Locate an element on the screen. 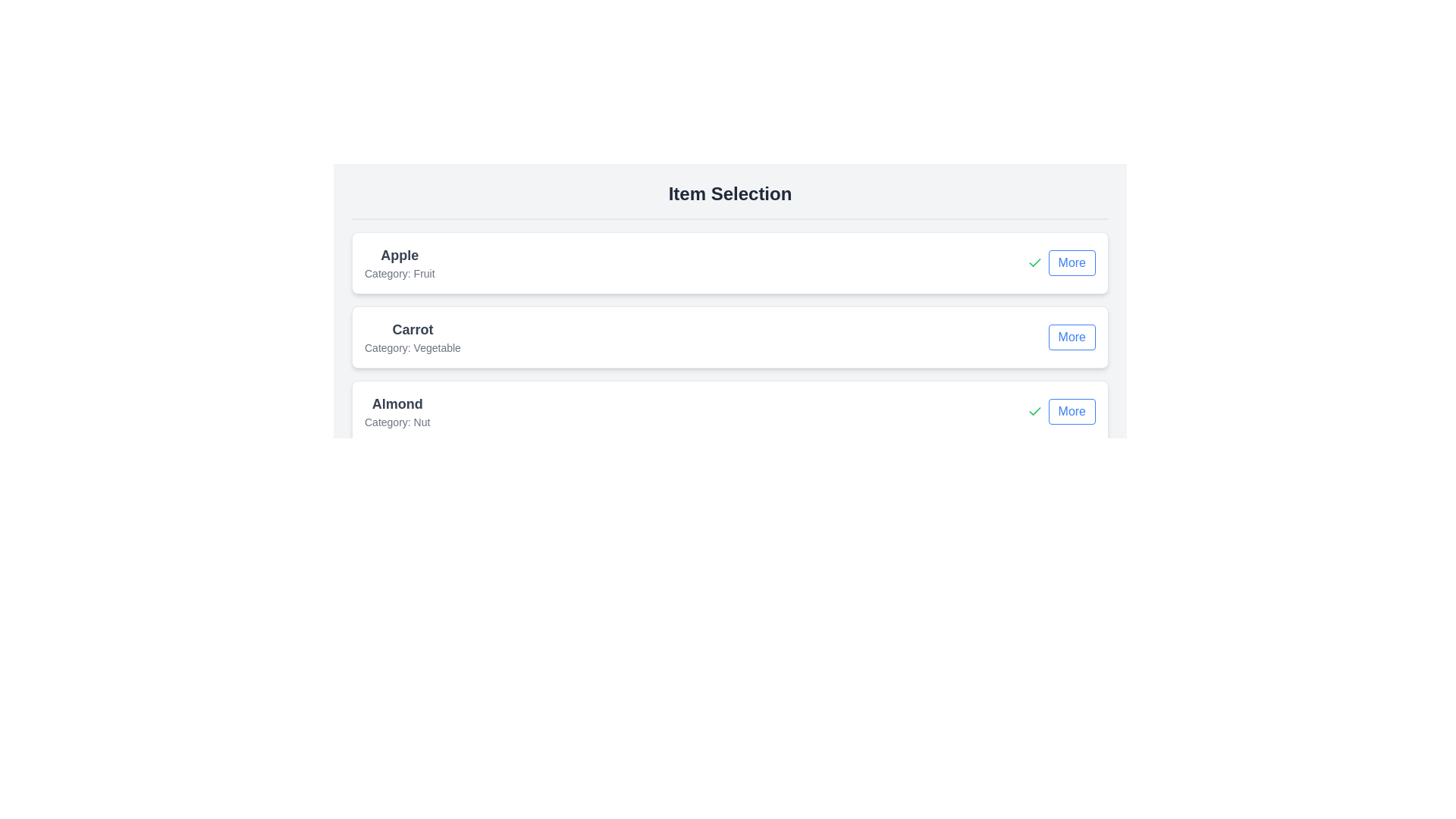  the 'More' button, which is styled with a blue border and text, located to the right of a green checkmark icon and aligned to the right of the label 'Category: Fruit' is located at coordinates (1060, 262).